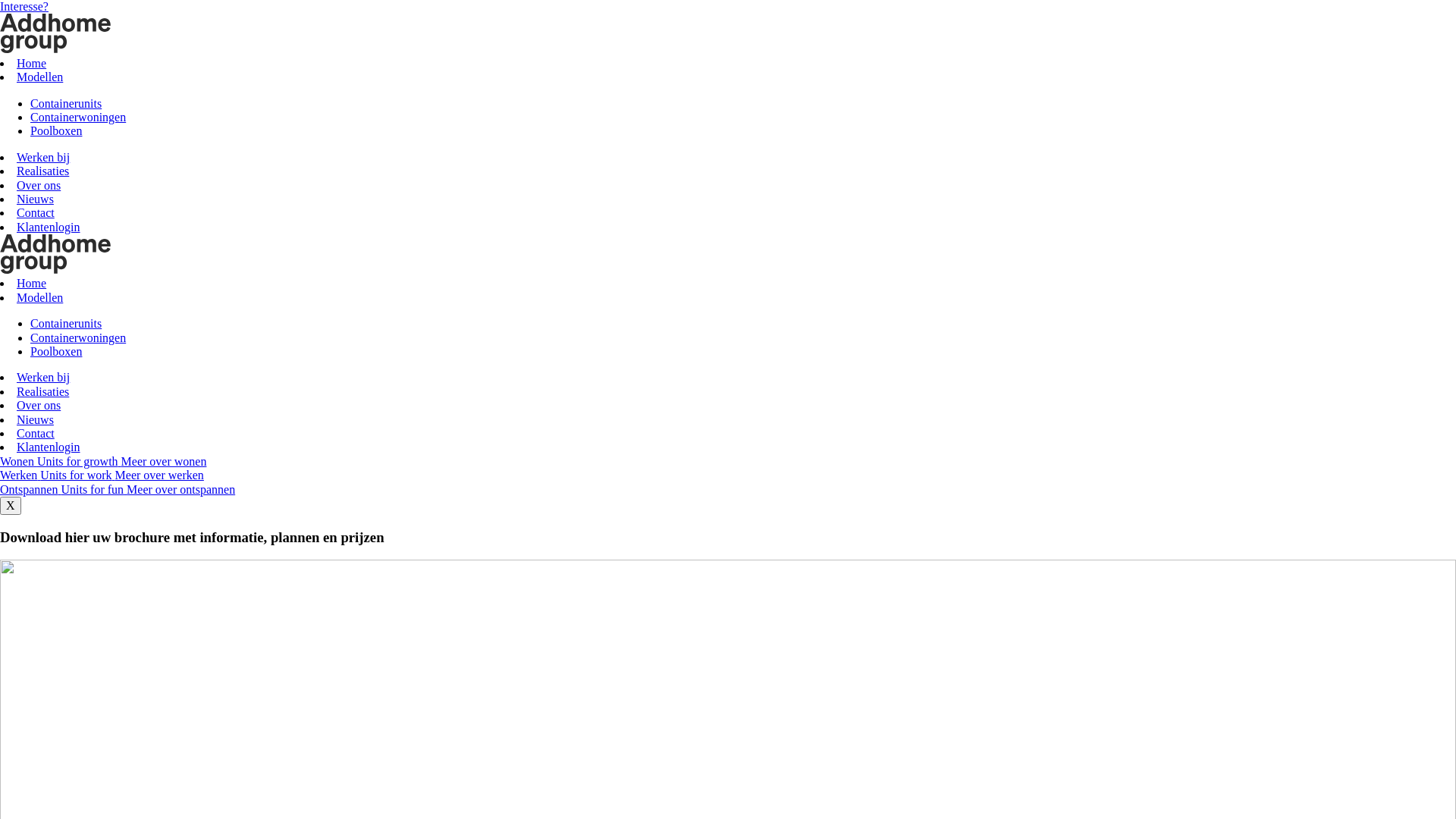 This screenshot has height=819, width=1456. I want to click on 'Contact', so click(36, 433).